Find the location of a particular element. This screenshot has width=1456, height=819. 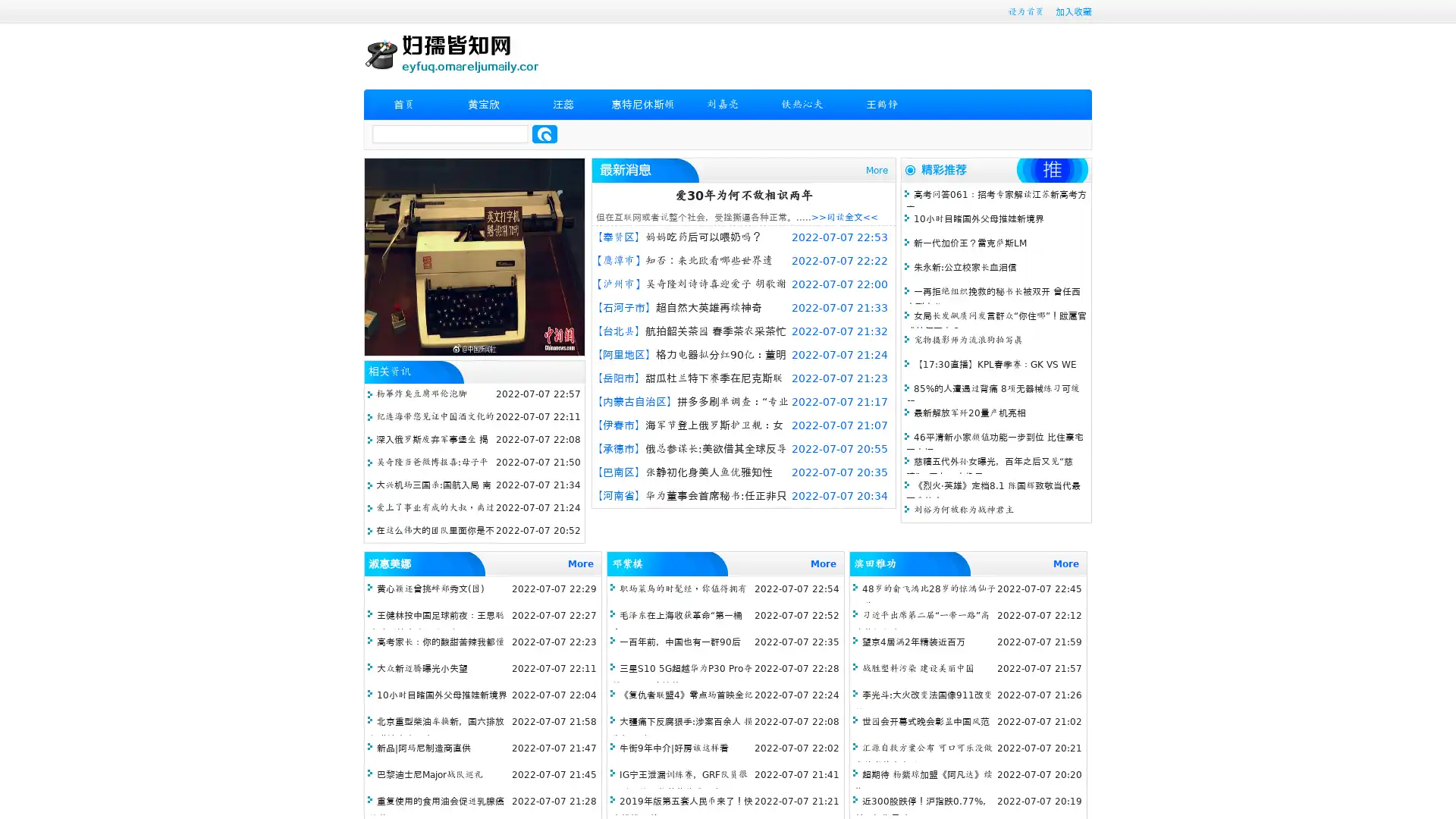

Search is located at coordinates (544, 133).